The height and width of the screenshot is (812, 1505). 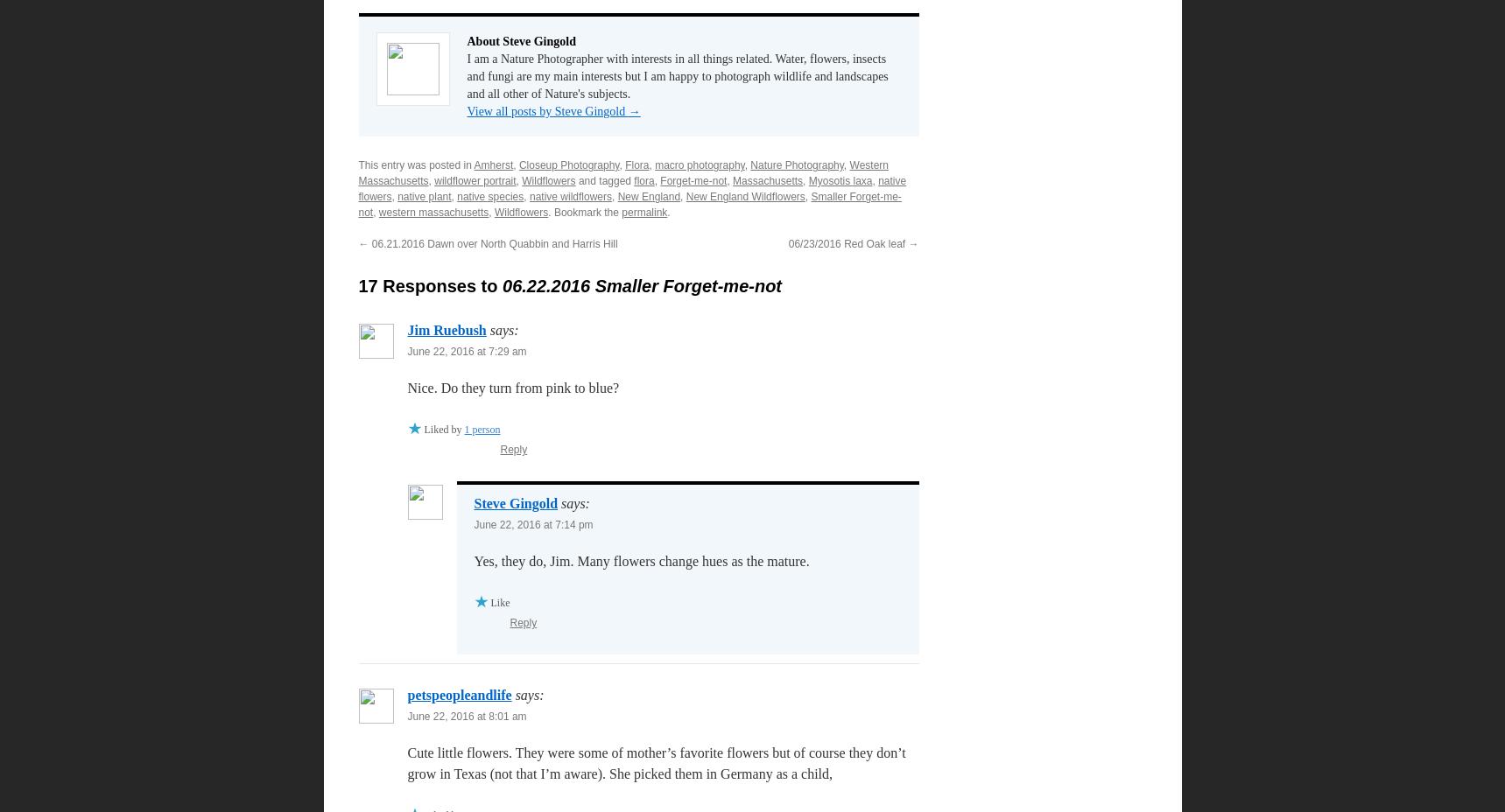 What do you see at coordinates (492, 242) in the screenshot?
I see `'06.21.2016 Dawn over North Quabbin and Harris Hill'` at bounding box center [492, 242].